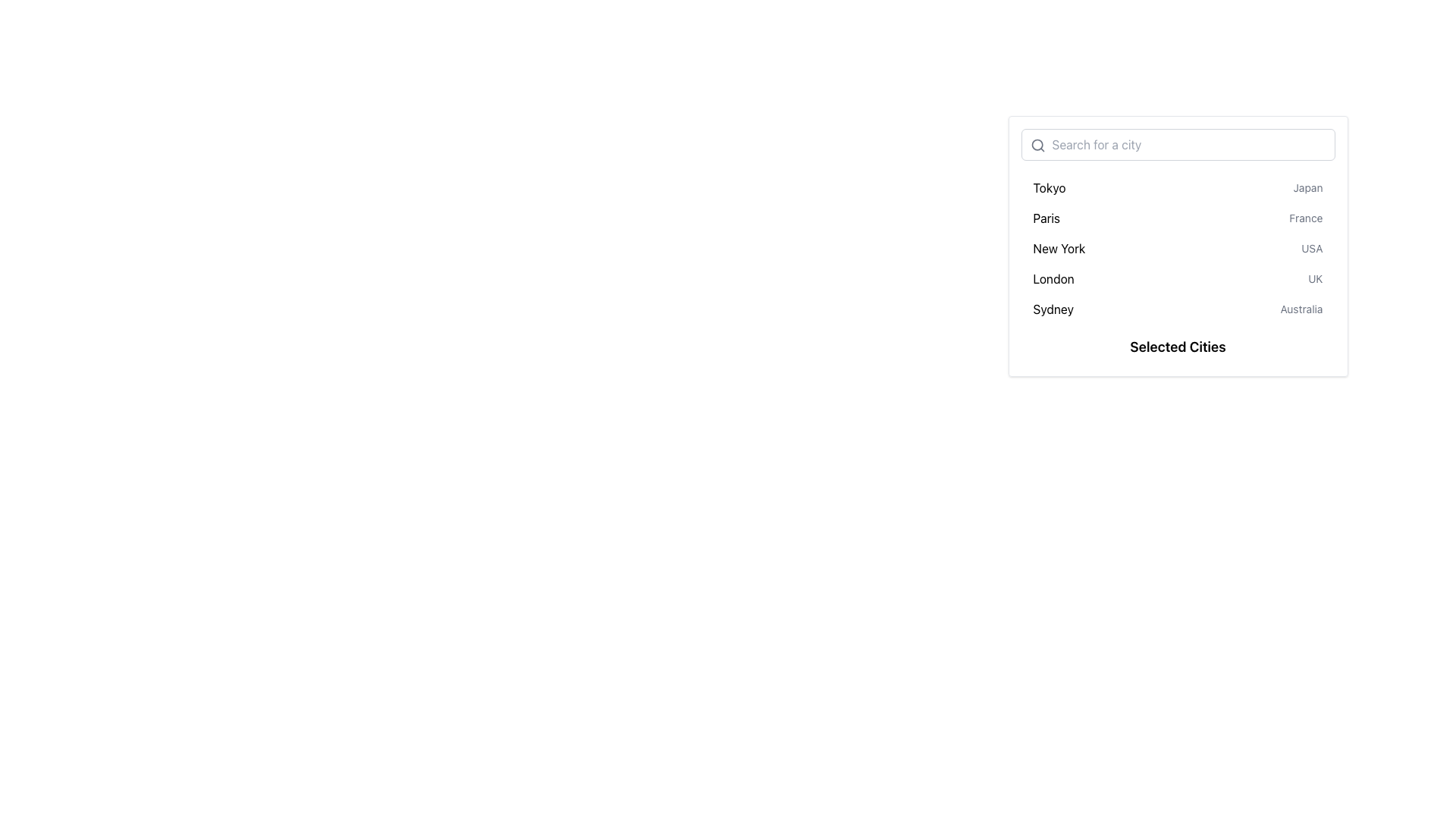  Describe the element at coordinates (1048, 187) in the screenshot. I see `the Text Label displaying the city name 'Tokyo'` at that location.